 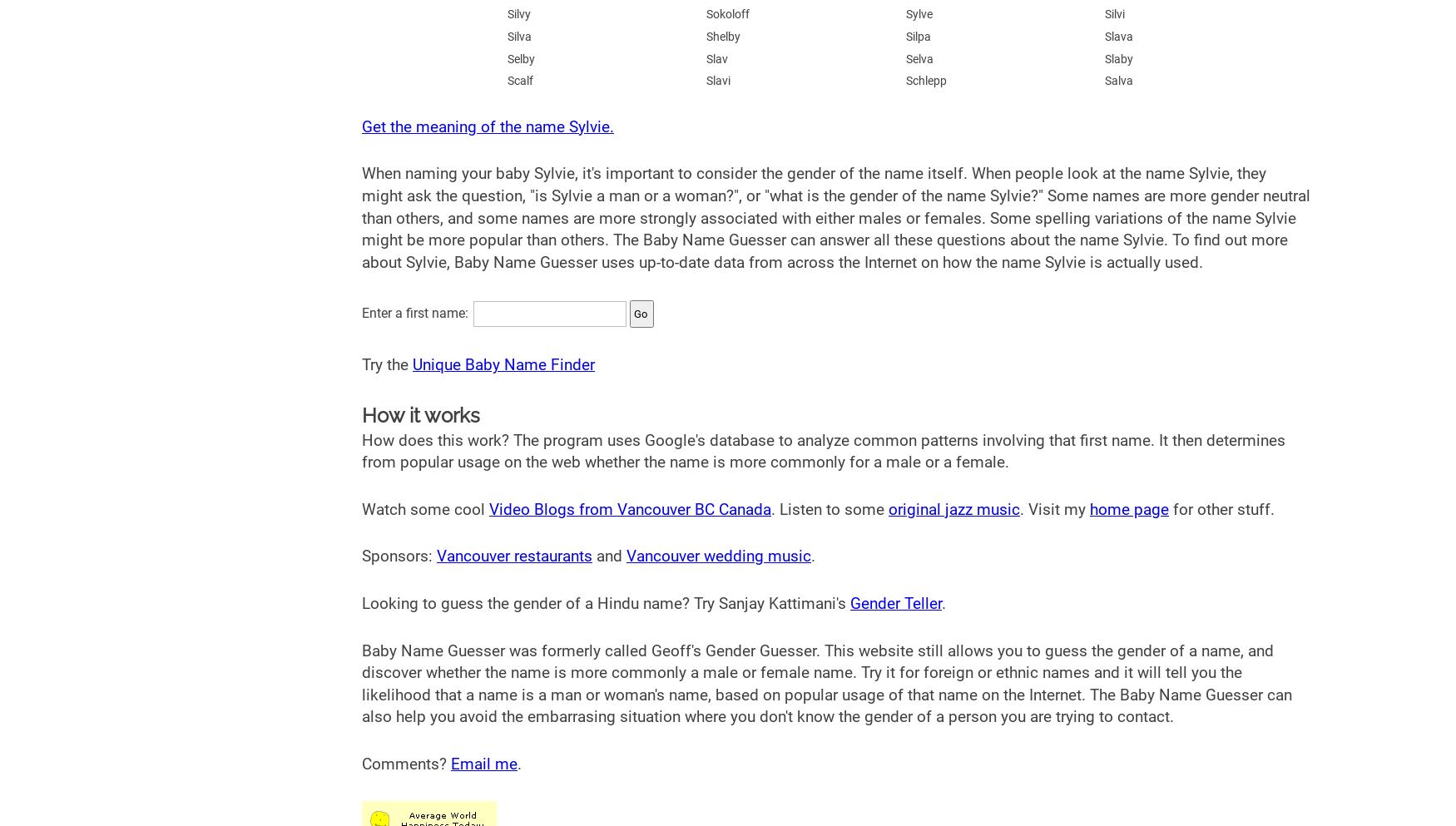 What do you see at coordinates (919, 58) in the screenshot?
I see `'Selva'` at bounding box center [919, 58].